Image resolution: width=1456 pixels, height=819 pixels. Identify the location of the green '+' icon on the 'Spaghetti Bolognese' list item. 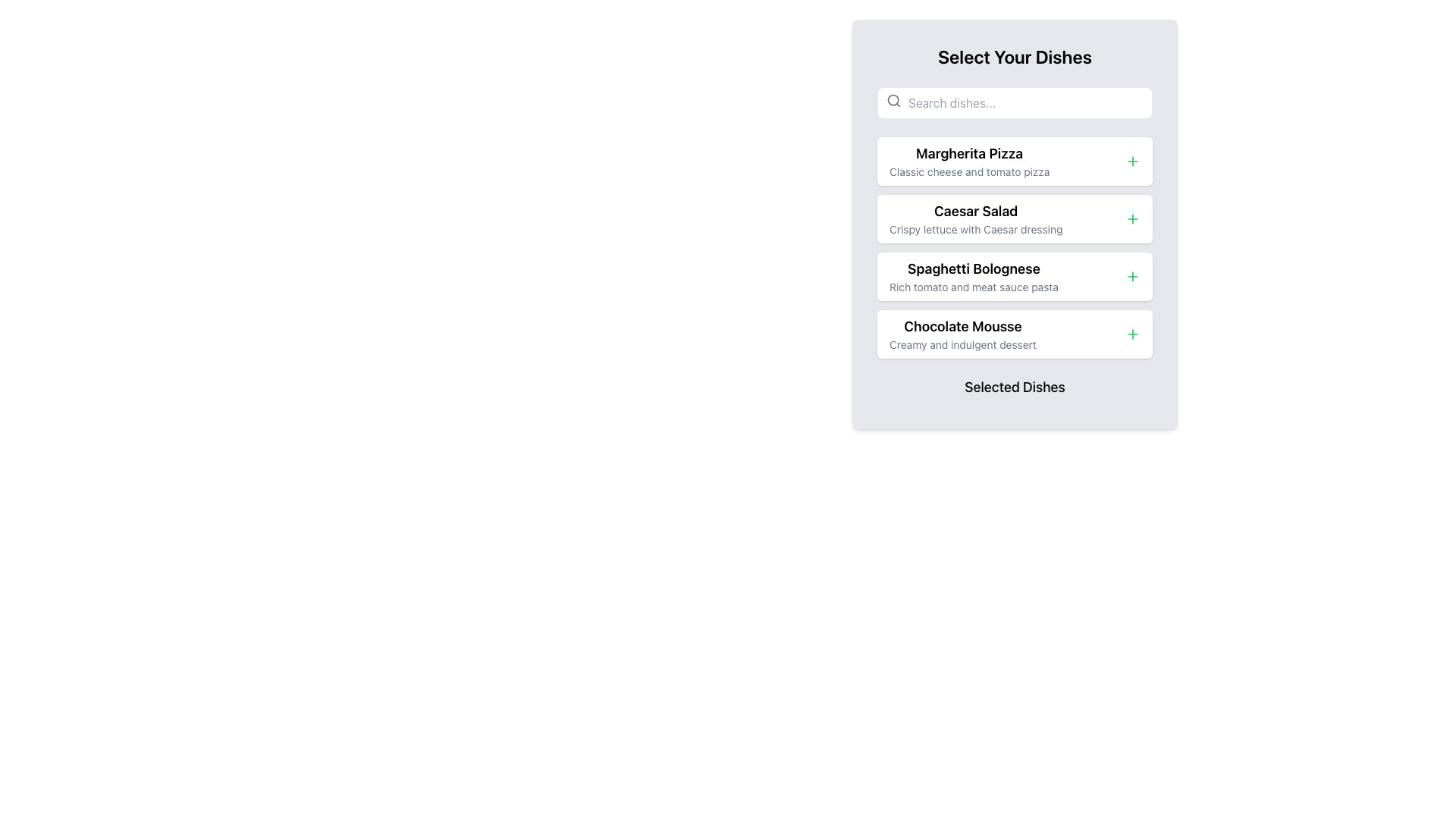
(1015, 277).